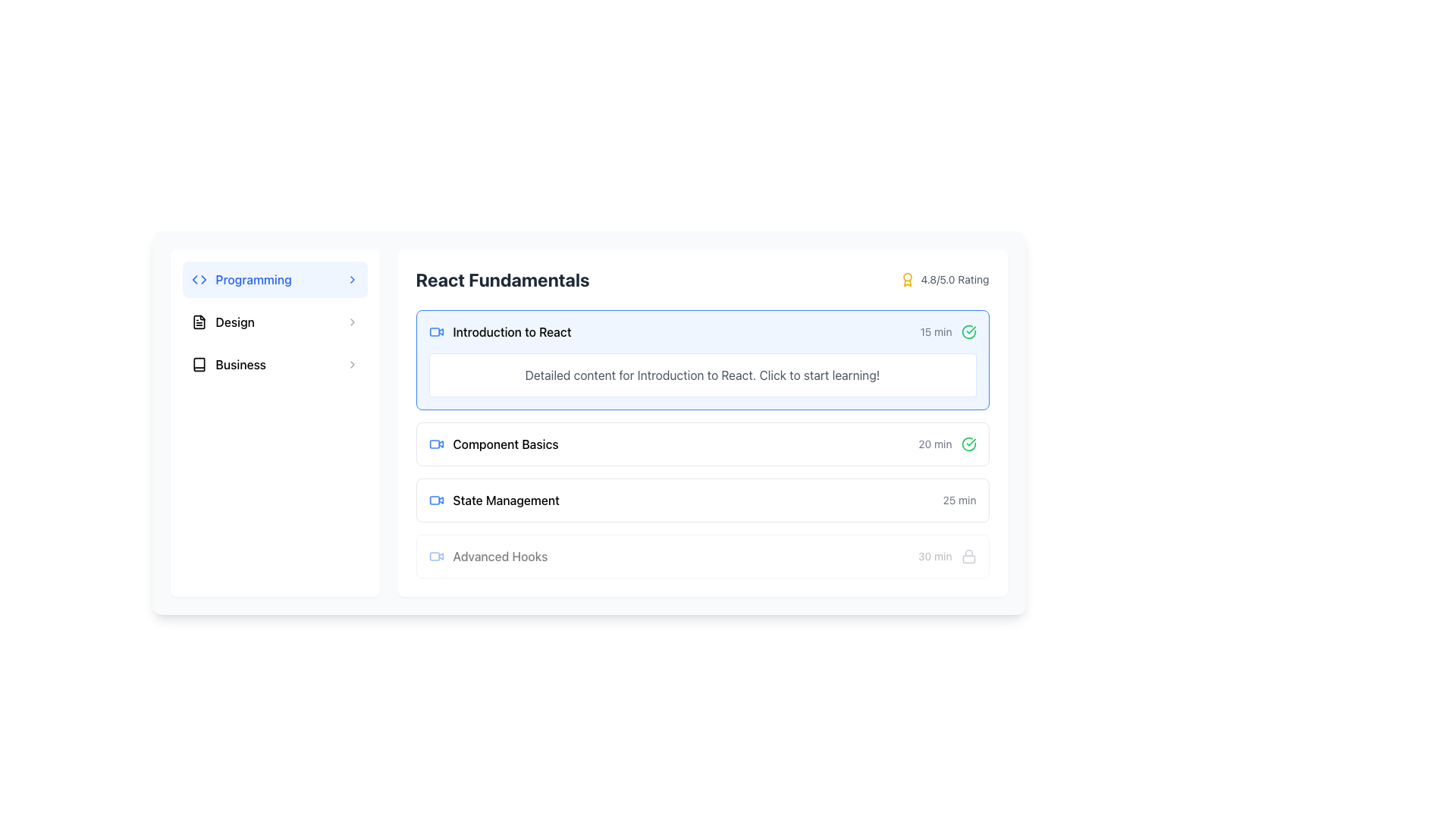 The image size is (1456, 819). I want to click on the list item titled 'Component Basics', so click(701, 444).